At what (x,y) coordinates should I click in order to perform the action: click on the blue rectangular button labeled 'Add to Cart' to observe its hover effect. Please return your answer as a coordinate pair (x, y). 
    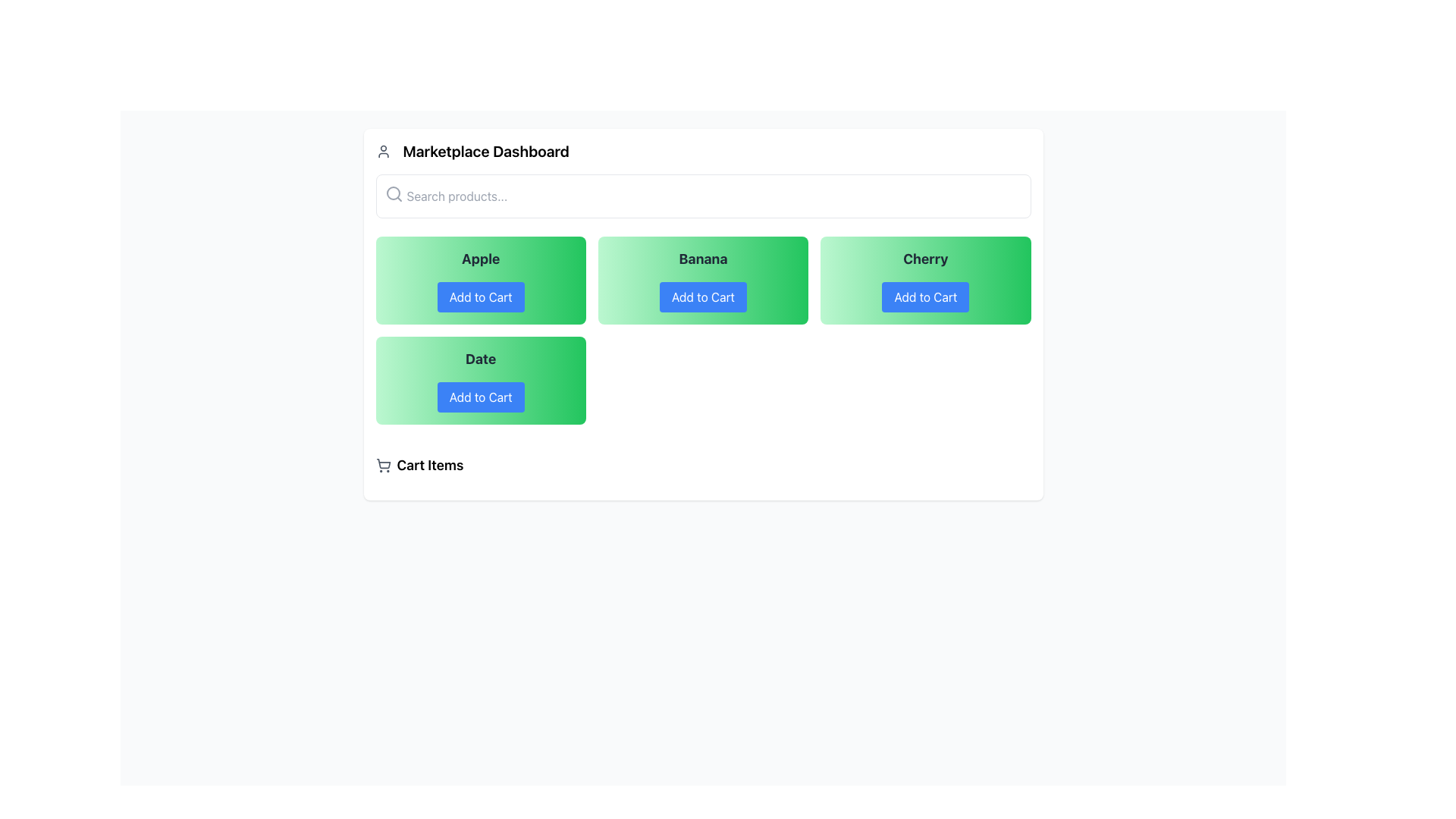
    Looking at the image, I should click on (480, 297).